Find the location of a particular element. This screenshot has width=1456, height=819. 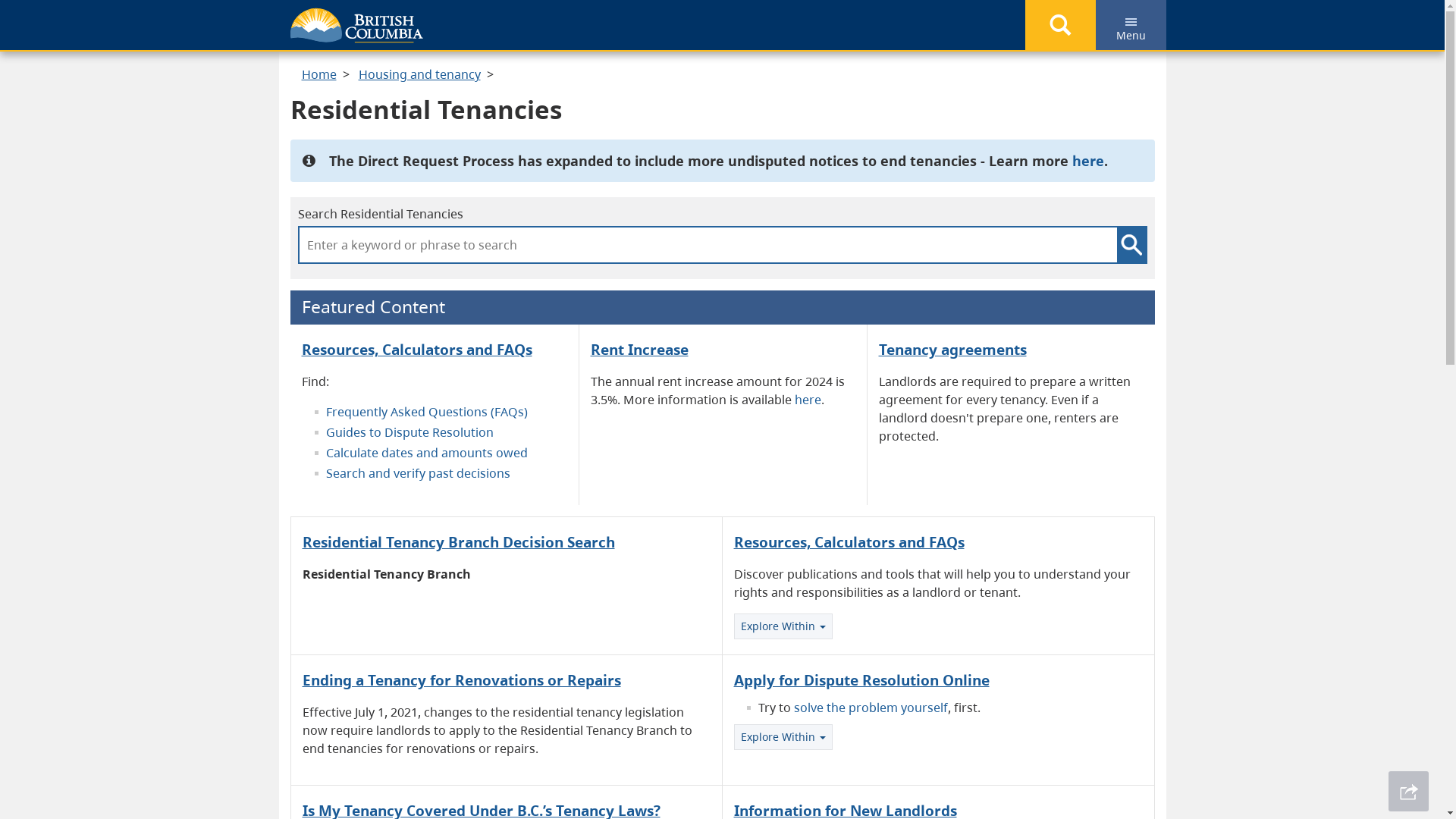

'here' is located at coordinates (1087, 161).